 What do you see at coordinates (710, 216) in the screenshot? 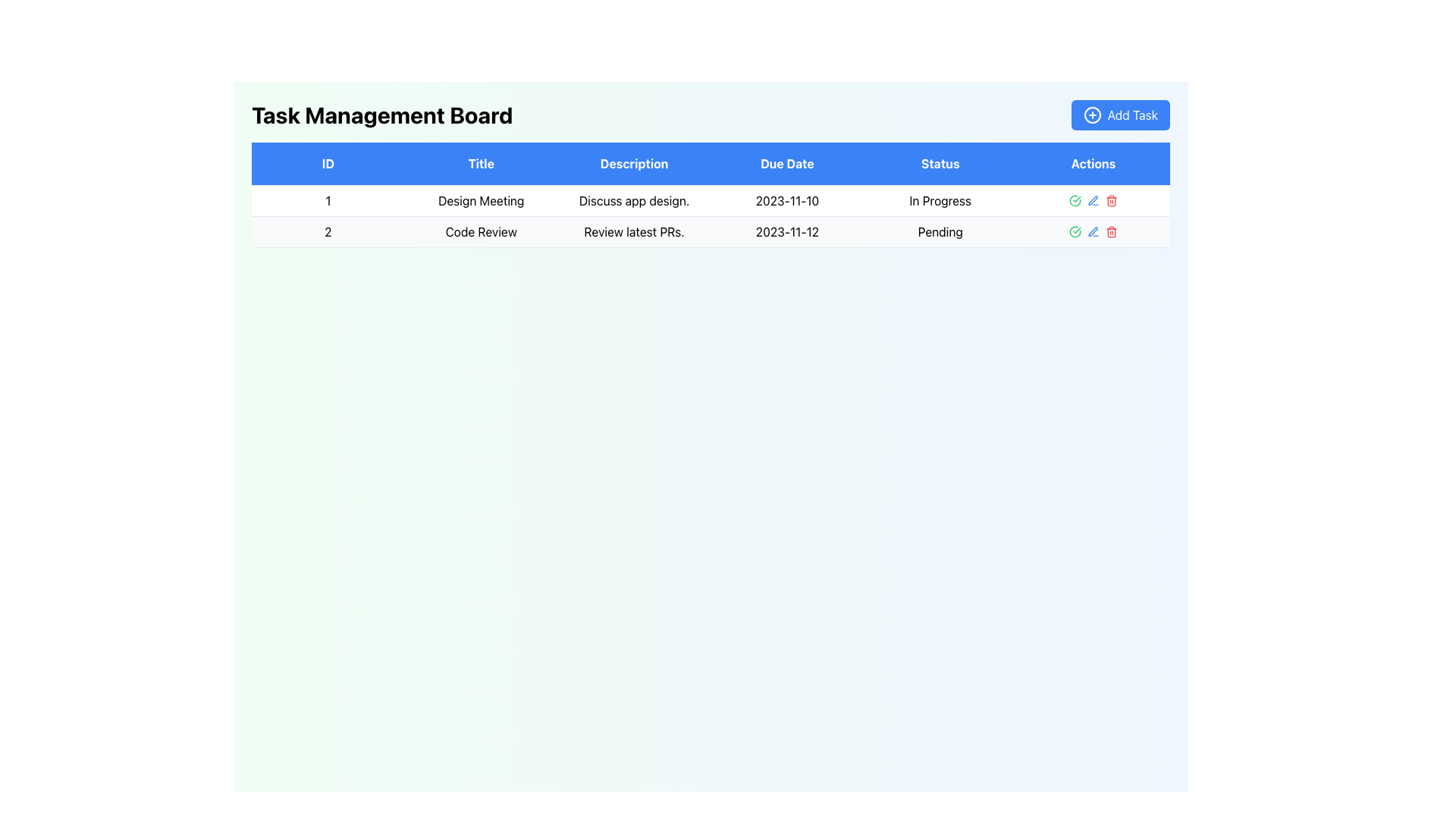
I see `the first row of the task management board table, which displays the task ID '1', title 'Design Meeting', description 'Discuss app design.', due date '2023-11-10', and status 'In Progress'` at bounding box center [710, 216].